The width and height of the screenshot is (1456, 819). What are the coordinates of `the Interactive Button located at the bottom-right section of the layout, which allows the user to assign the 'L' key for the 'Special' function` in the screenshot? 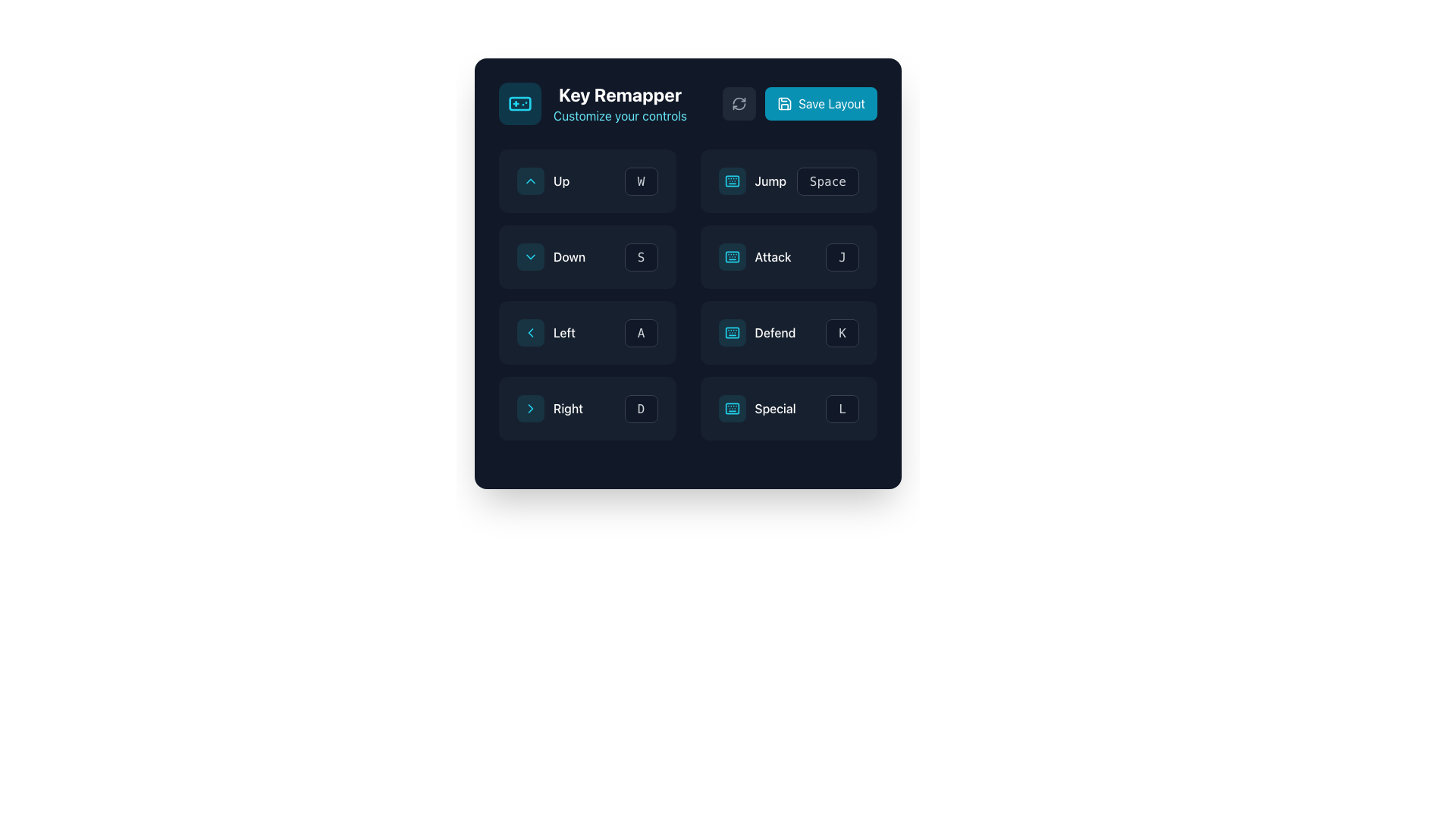 It's located at (789, 408).